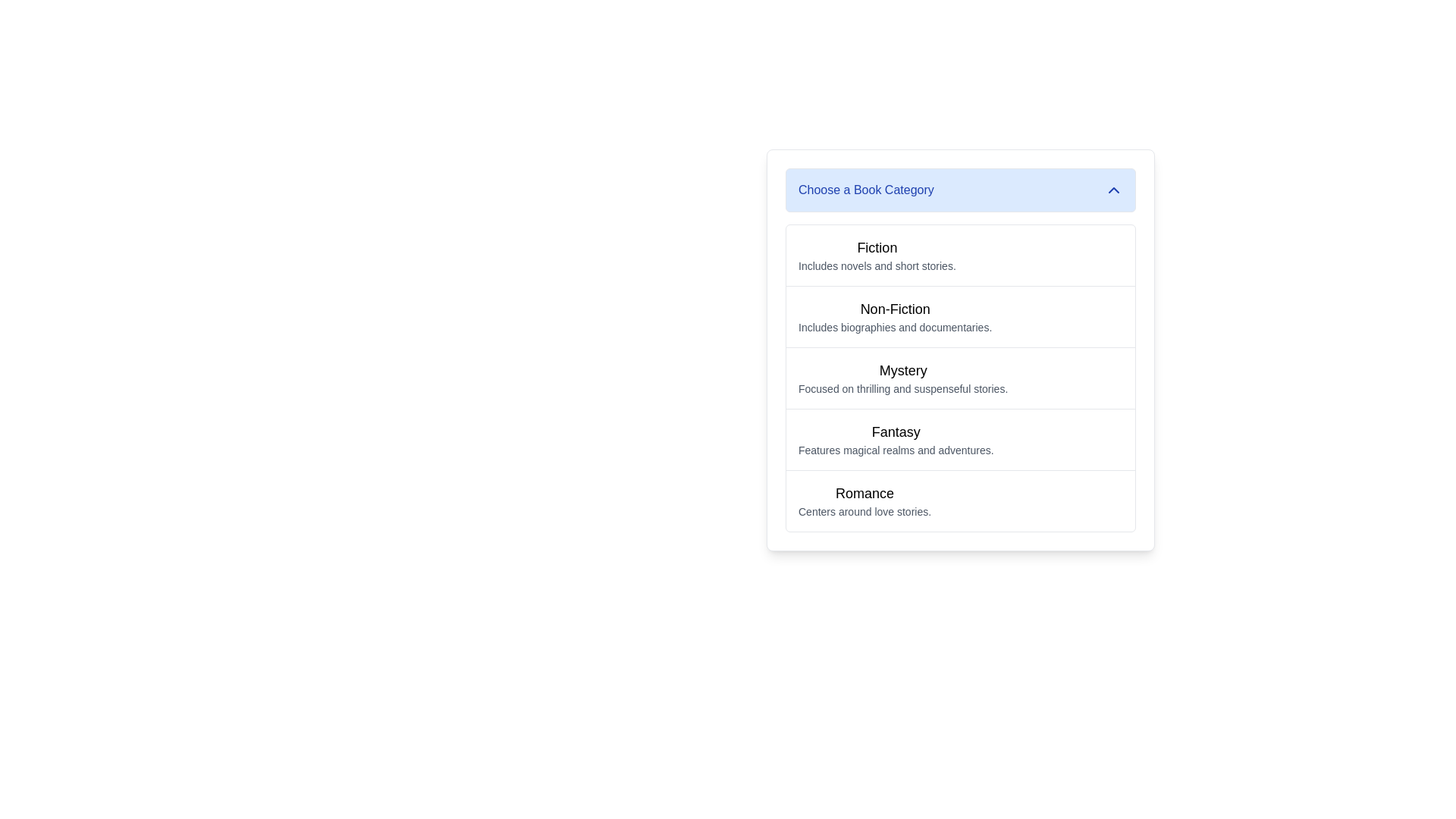 The width and height of the screenshot is (1456, 819). What do you see at coordinates (896, 450) in the screenshot?
I see `the text label that provides an additional description for the 'Fantasy' category, positioned directly underneath the 'Fantasy' heading` at bounding box center [896, 450].